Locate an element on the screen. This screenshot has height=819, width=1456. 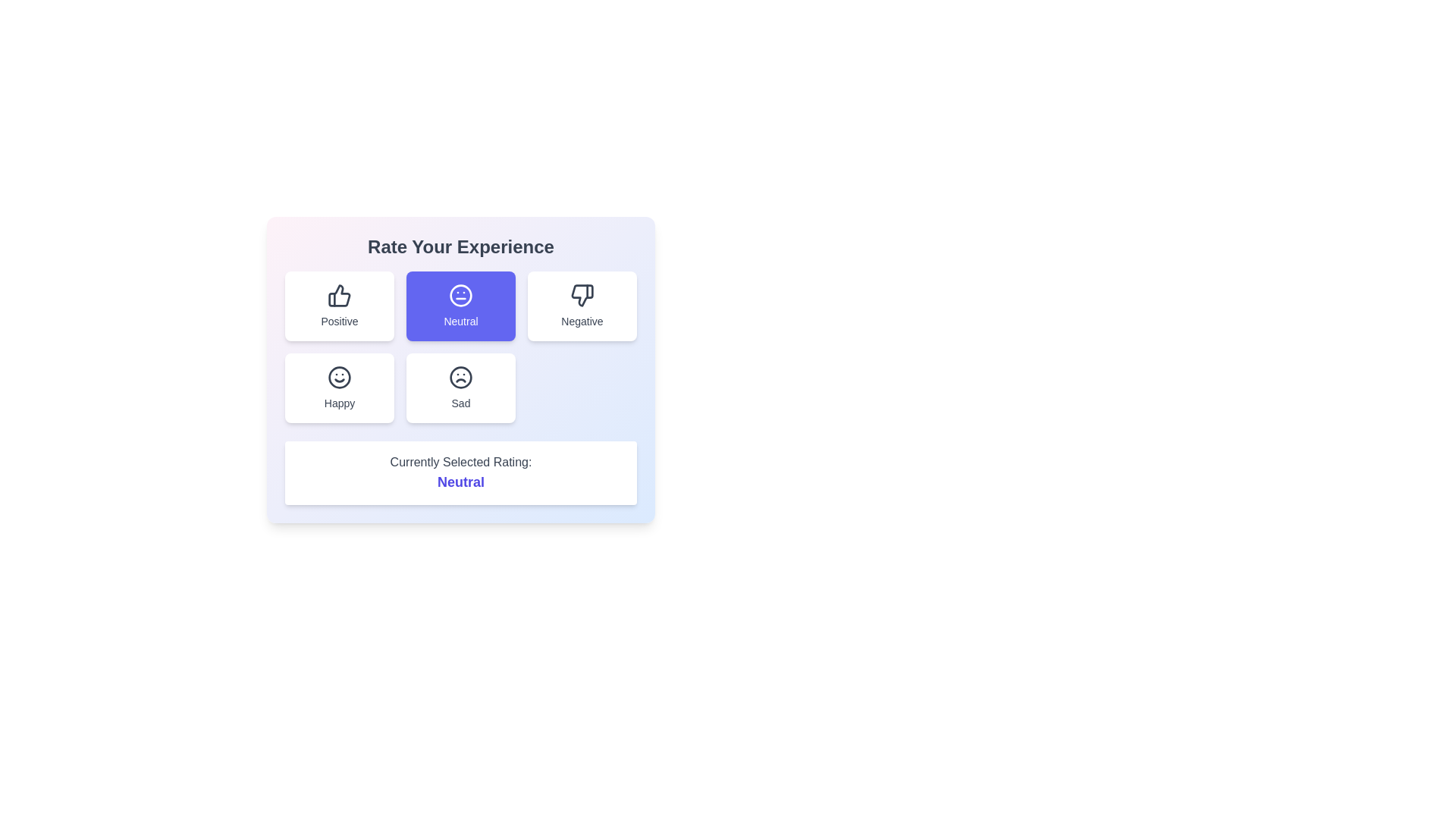
the button labeled Neutral to see its hover effect is located at coordinates (460, 306).